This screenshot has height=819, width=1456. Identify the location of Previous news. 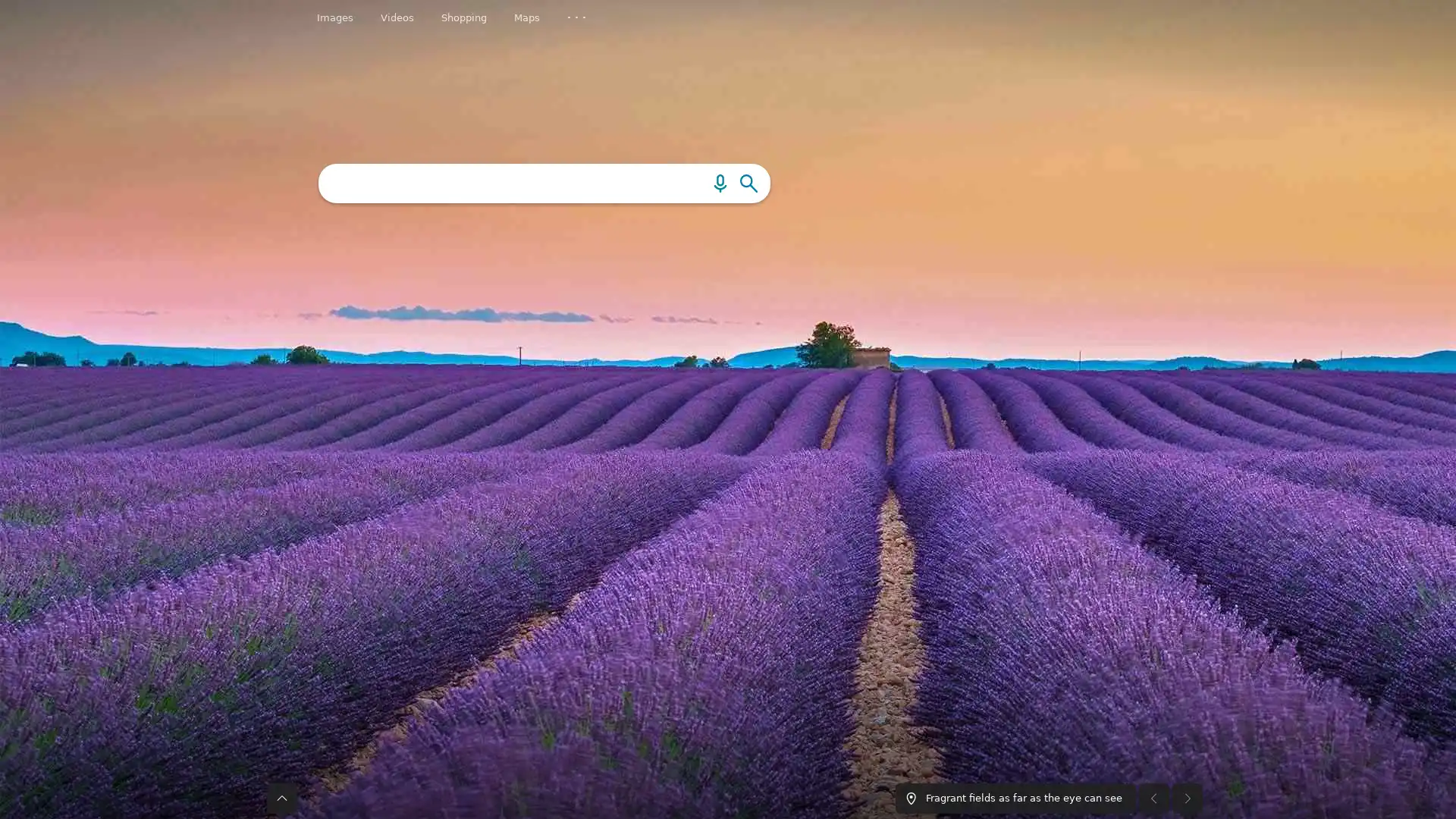
(232, 619).